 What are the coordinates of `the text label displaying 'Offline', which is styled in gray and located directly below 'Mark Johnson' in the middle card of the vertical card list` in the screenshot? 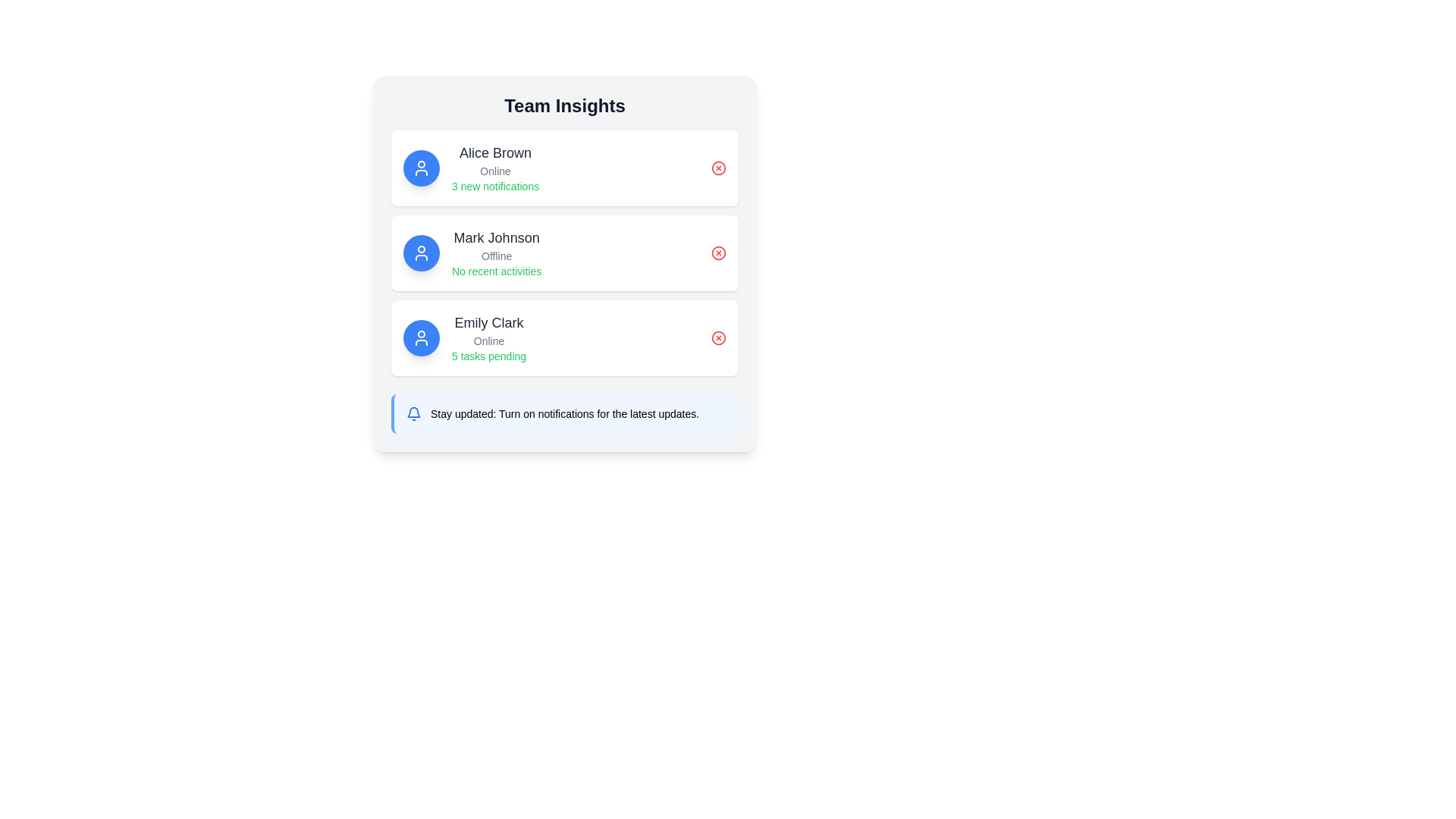 It's located at (497, 256).